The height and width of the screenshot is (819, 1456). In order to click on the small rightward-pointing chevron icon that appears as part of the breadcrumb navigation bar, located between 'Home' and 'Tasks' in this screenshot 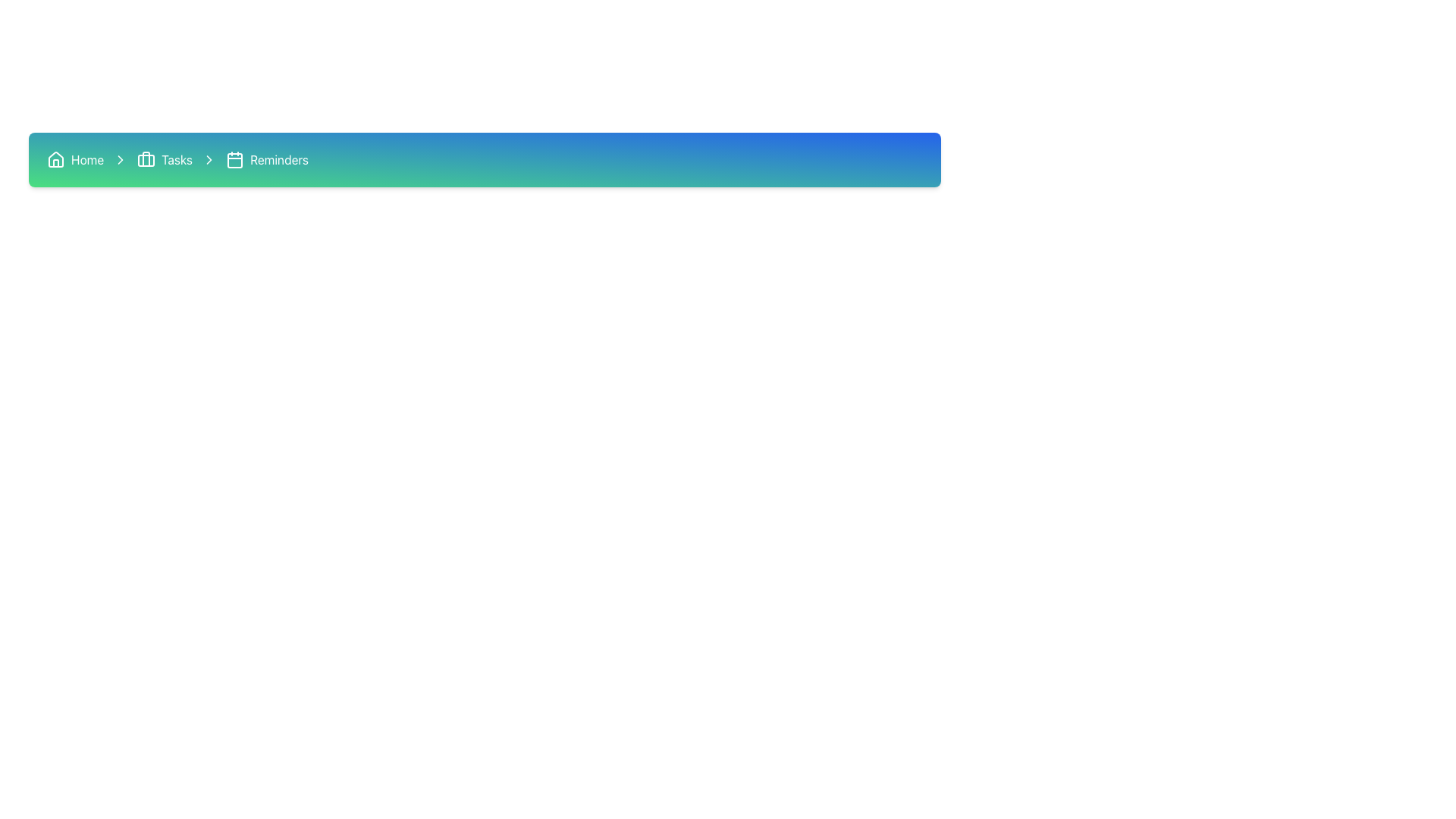, I will do `click(120, 160)`.